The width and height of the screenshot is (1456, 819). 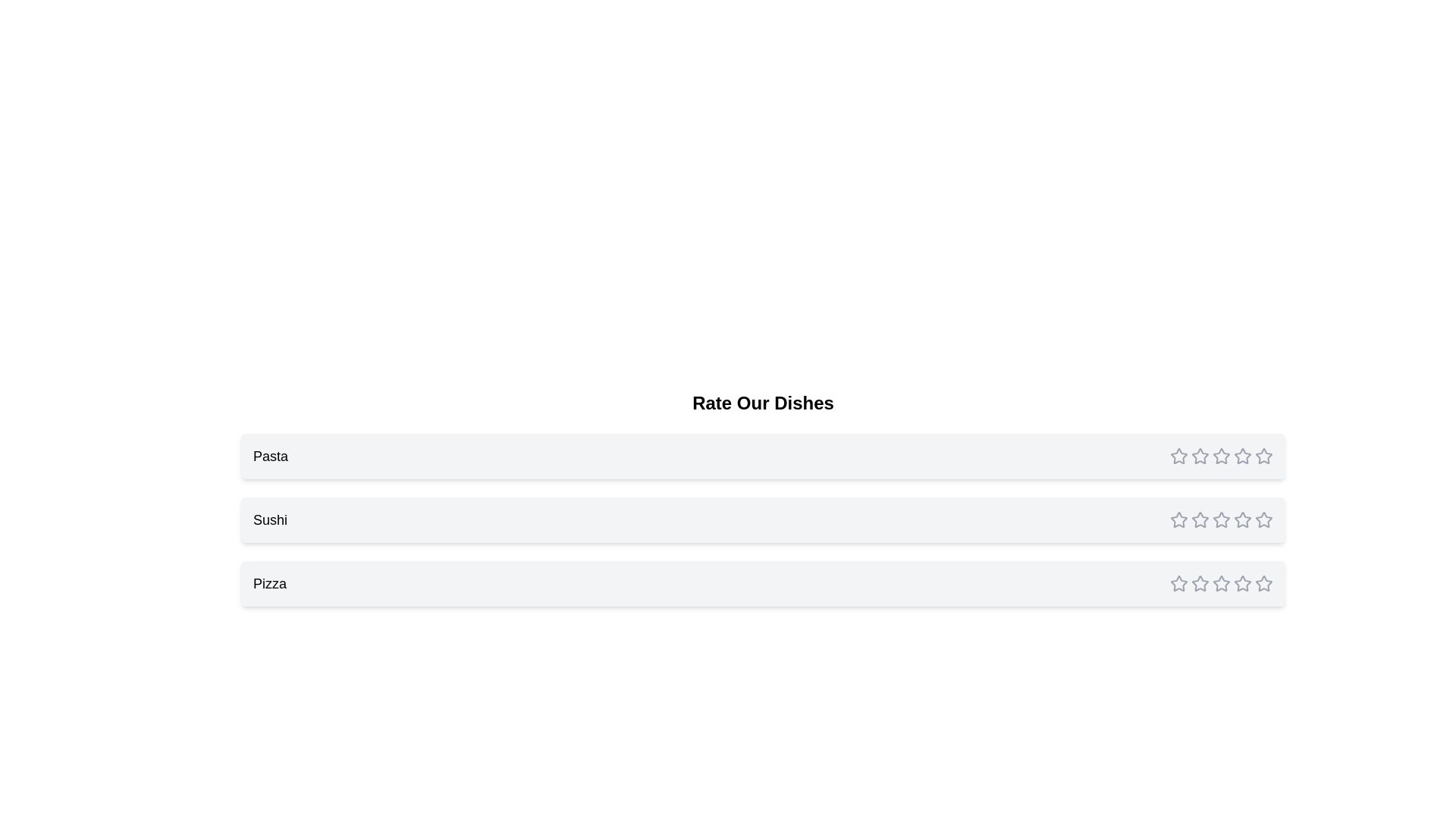 I want to click on the fourth star icon in the rating system, which is silver-grey and hollow, so click(x=1242, y=455).